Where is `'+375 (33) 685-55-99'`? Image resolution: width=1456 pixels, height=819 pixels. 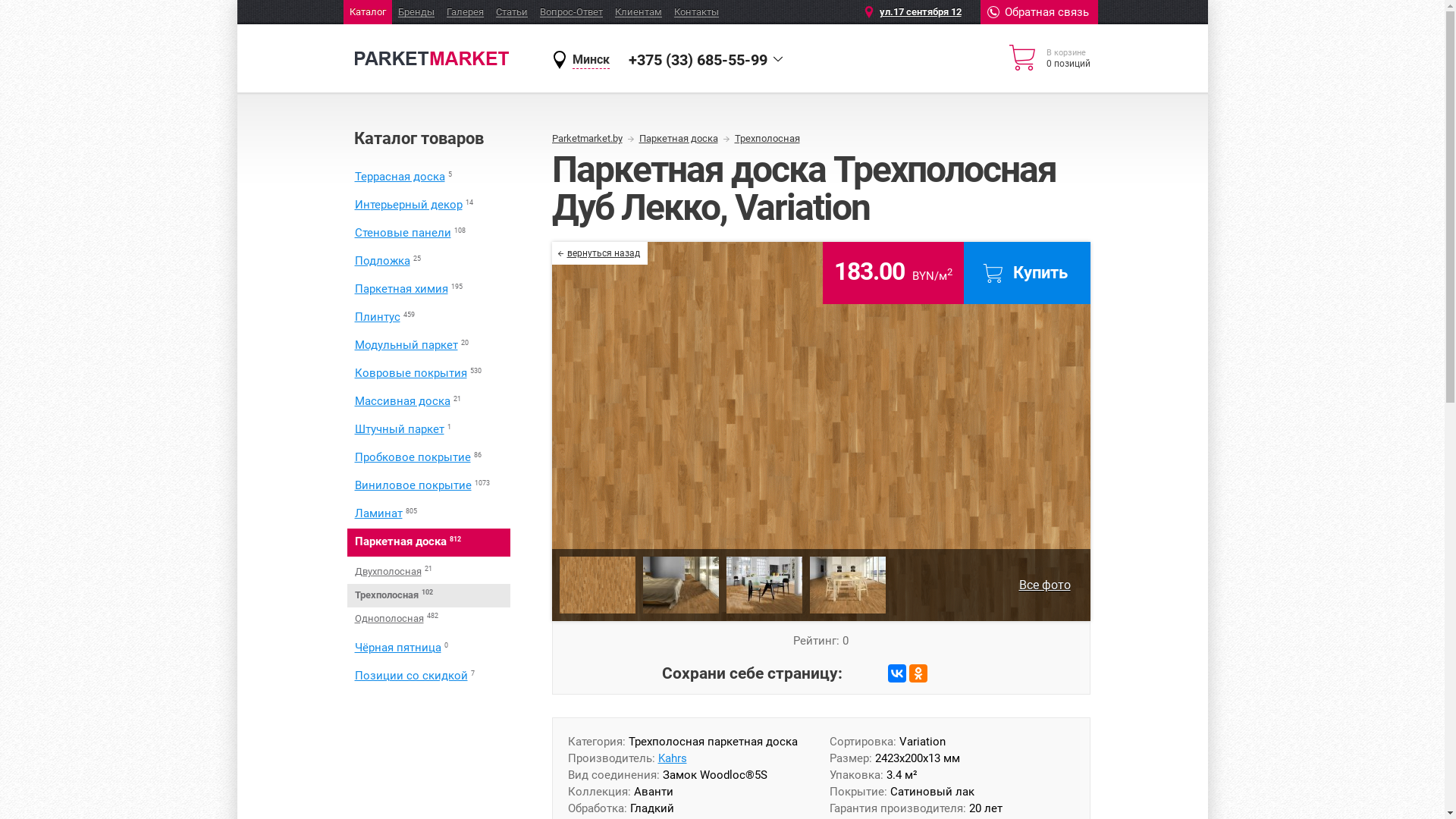 '+375 (33) 685-55-99' is located at coordinates (696, 58).